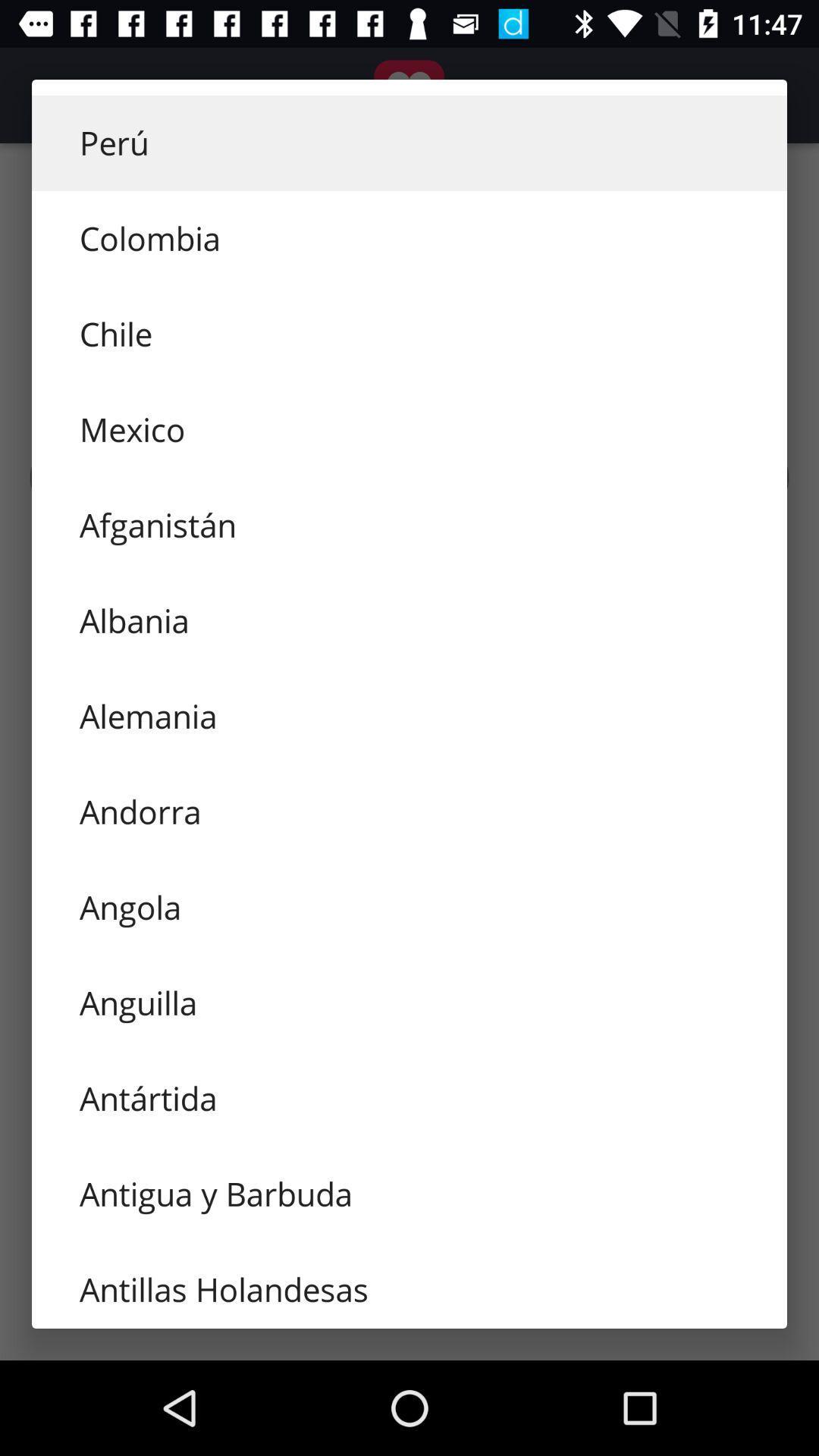 The width and height of the screenshot is (819, 1456). Describe the element at coordinates (409, 238) in the screenshot. I see `the colombia` at that location.